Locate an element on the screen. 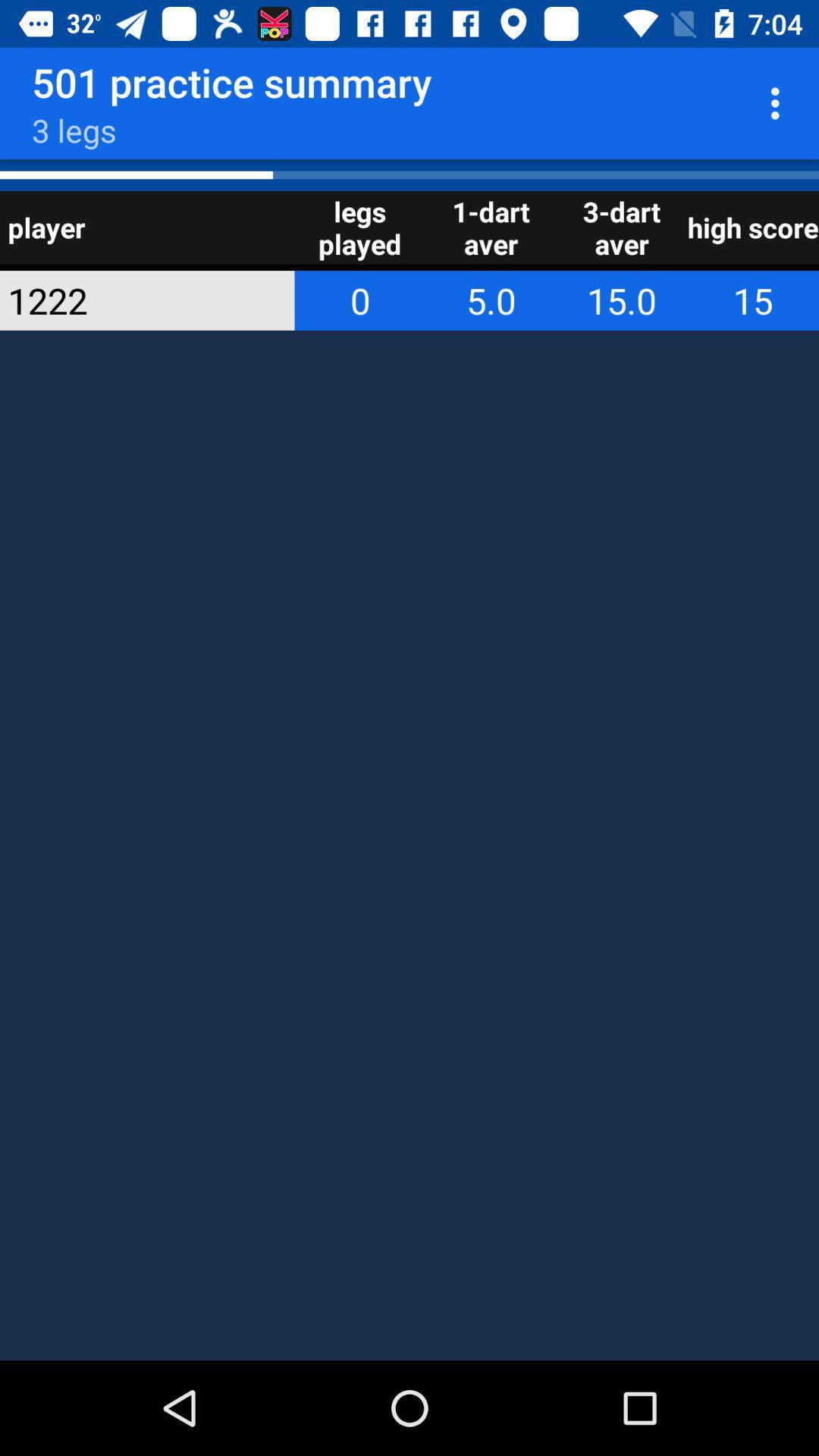  app to the right of 501 practice summary is located at coordinates (779, 102).